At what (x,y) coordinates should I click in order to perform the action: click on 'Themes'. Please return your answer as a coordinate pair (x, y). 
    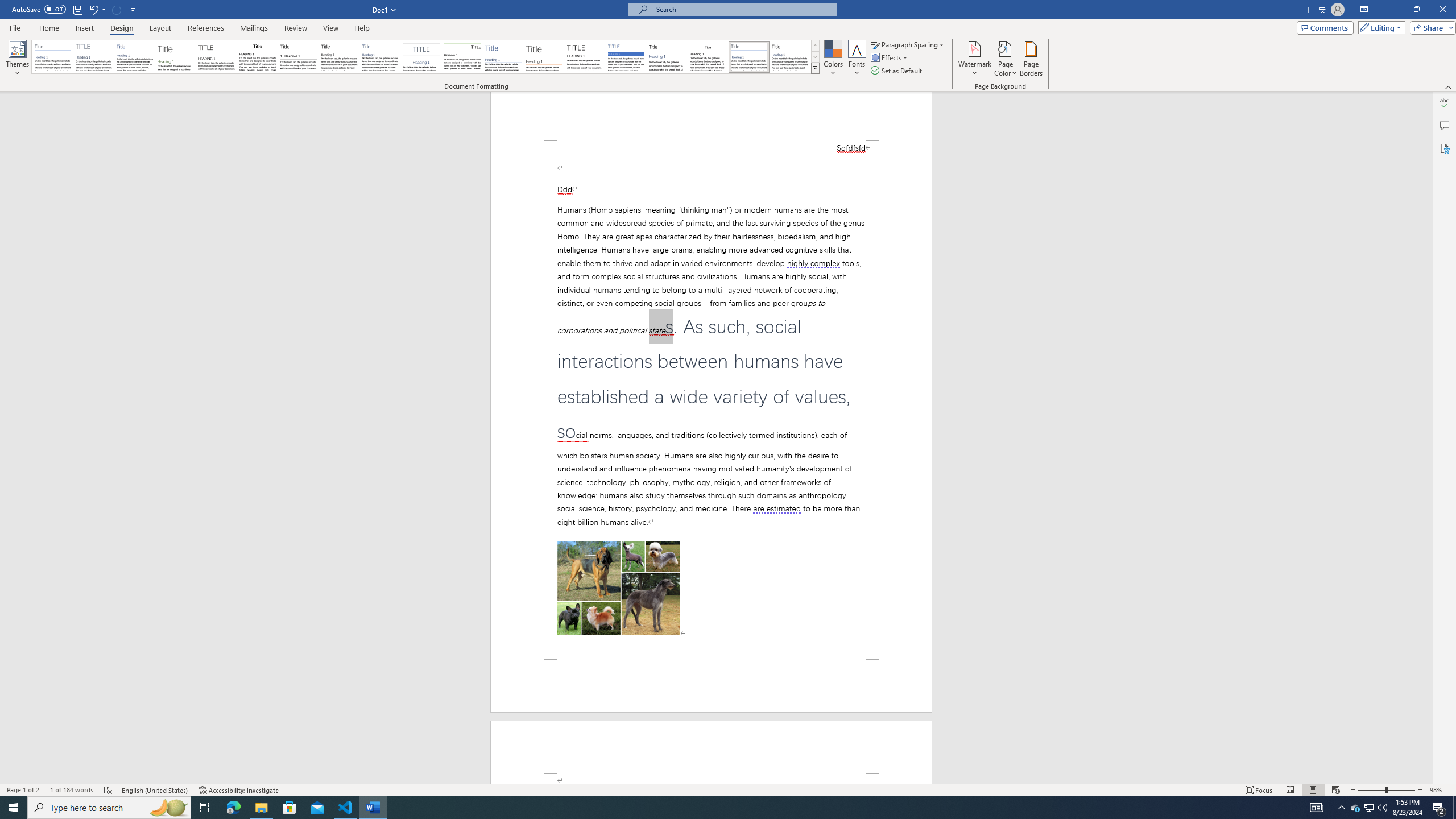
    Looking at the image, I should click on (16, 59).